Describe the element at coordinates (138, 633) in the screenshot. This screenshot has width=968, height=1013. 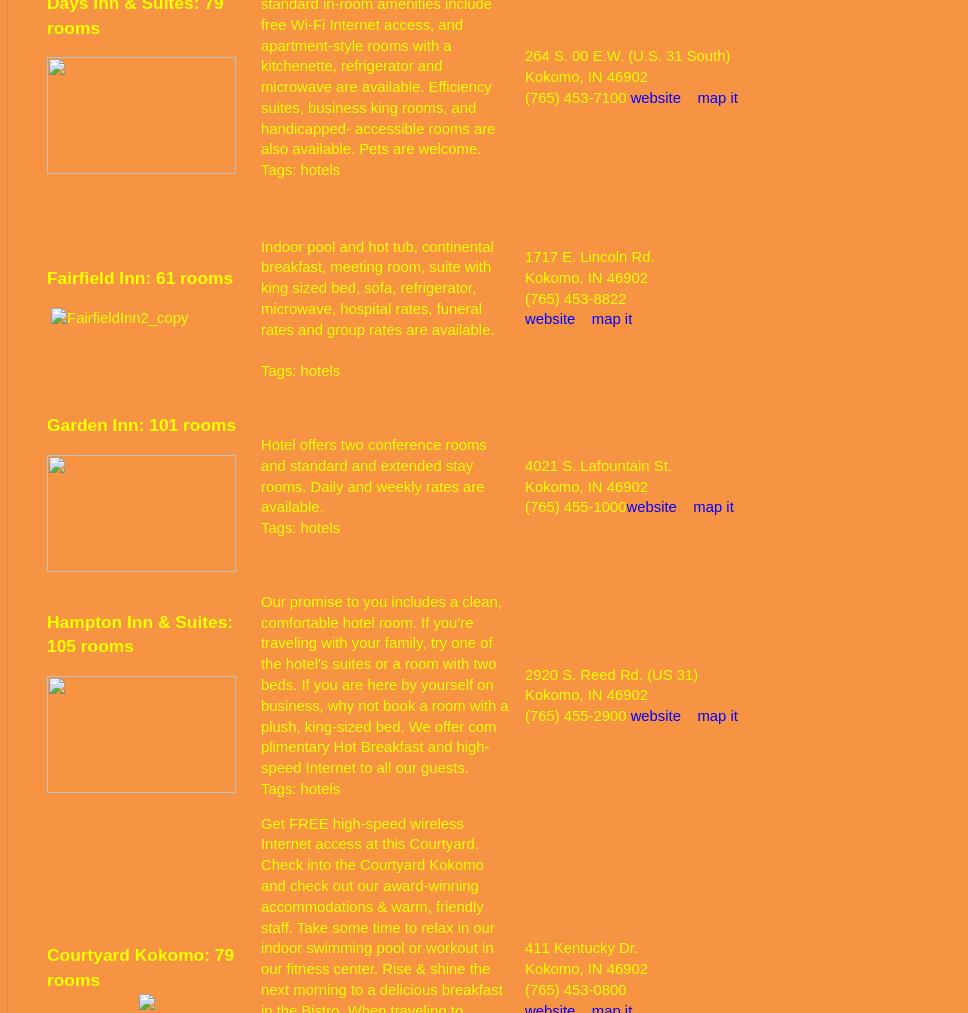
I see `'Hampton Inn & Suites: 105 rooms'` at that location.